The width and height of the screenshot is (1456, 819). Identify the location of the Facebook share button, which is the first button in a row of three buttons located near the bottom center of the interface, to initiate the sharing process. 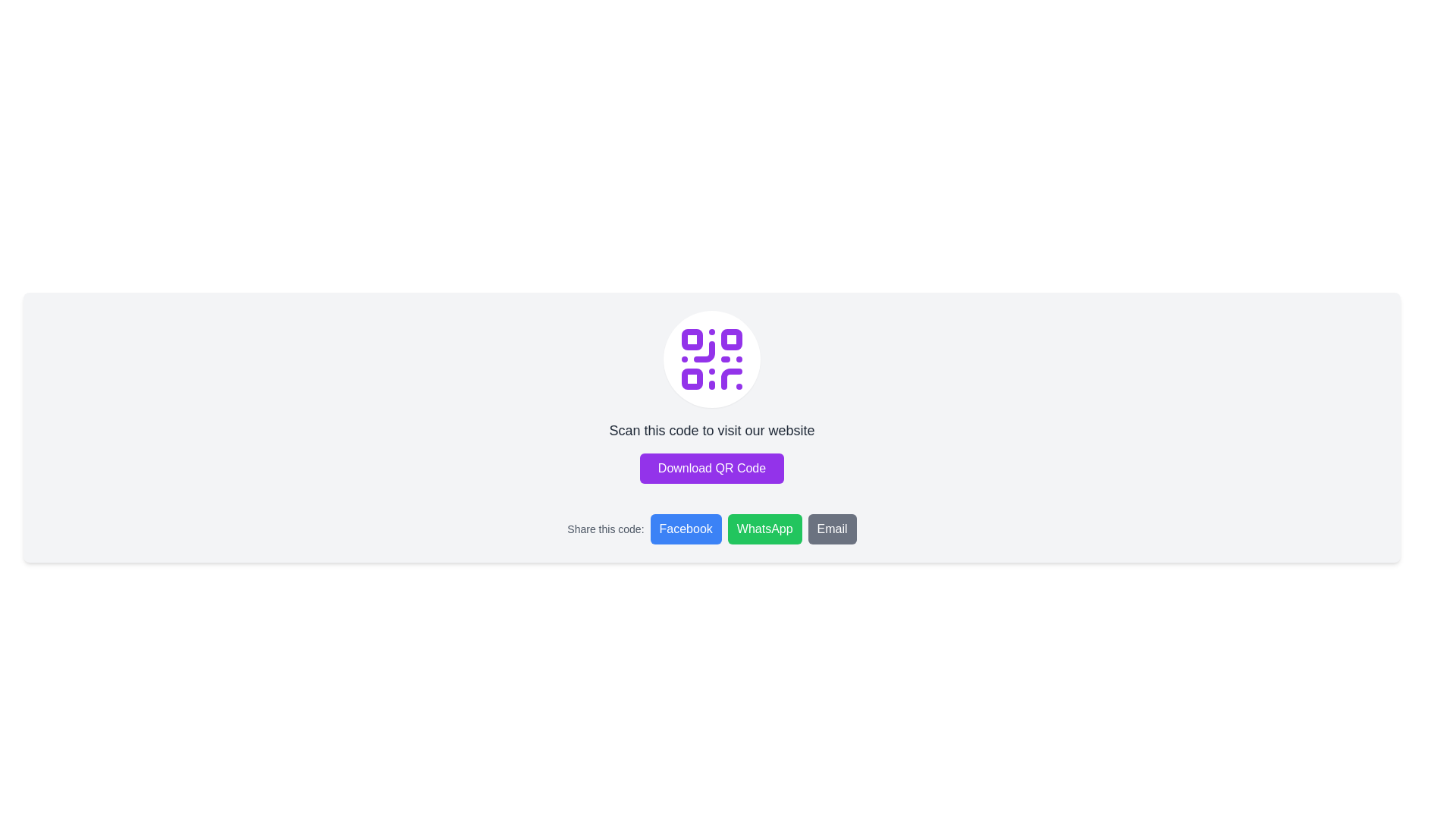
(685, 529).